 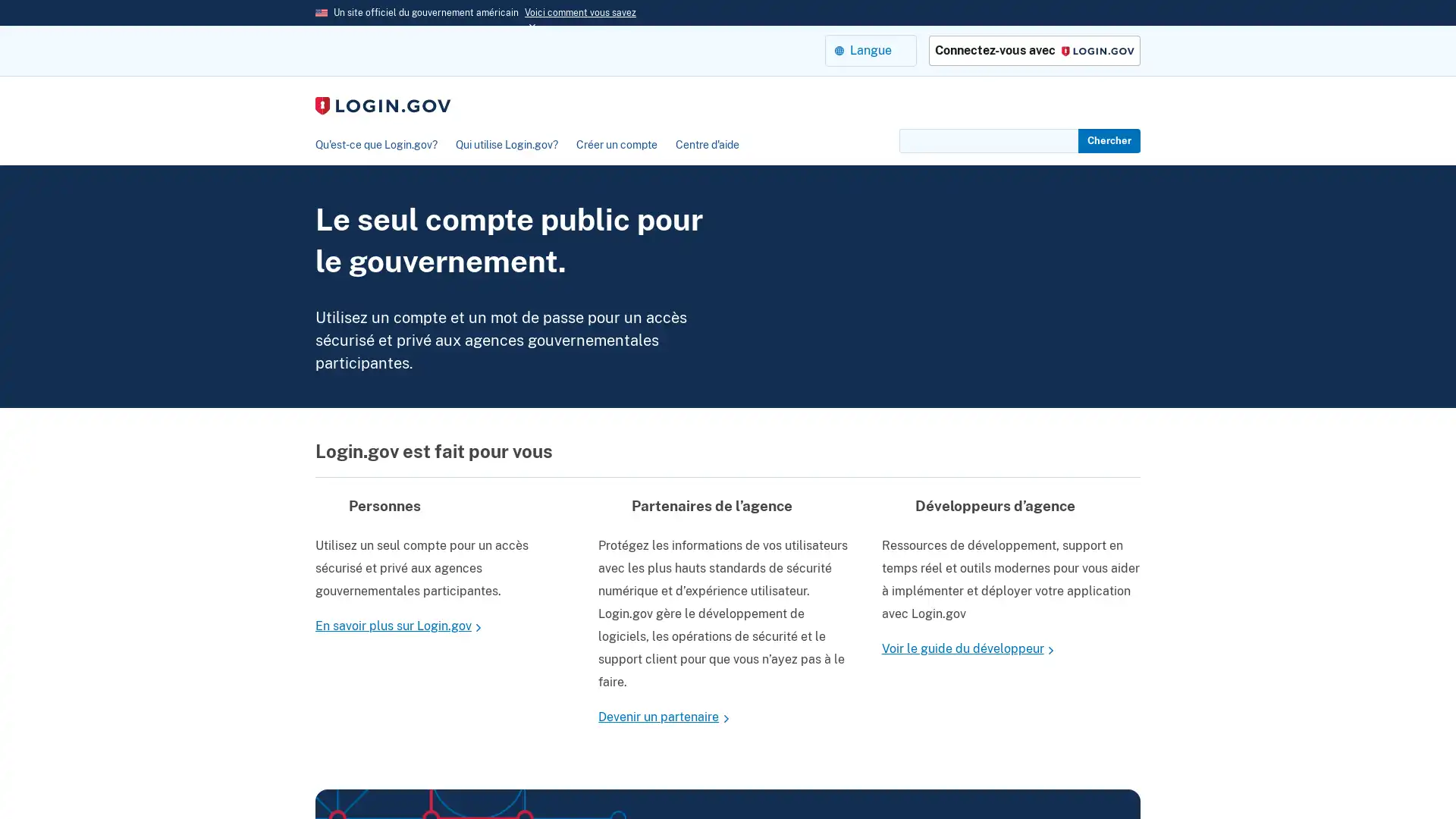 I want to click on Langue, so click(x=871, y=49).